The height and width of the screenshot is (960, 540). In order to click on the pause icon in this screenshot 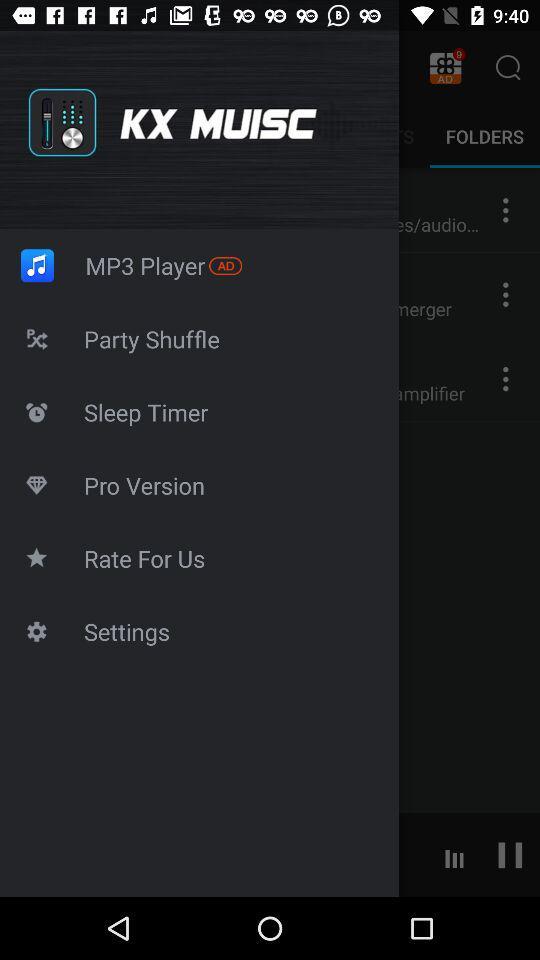, I will do `click(510, 853)`.